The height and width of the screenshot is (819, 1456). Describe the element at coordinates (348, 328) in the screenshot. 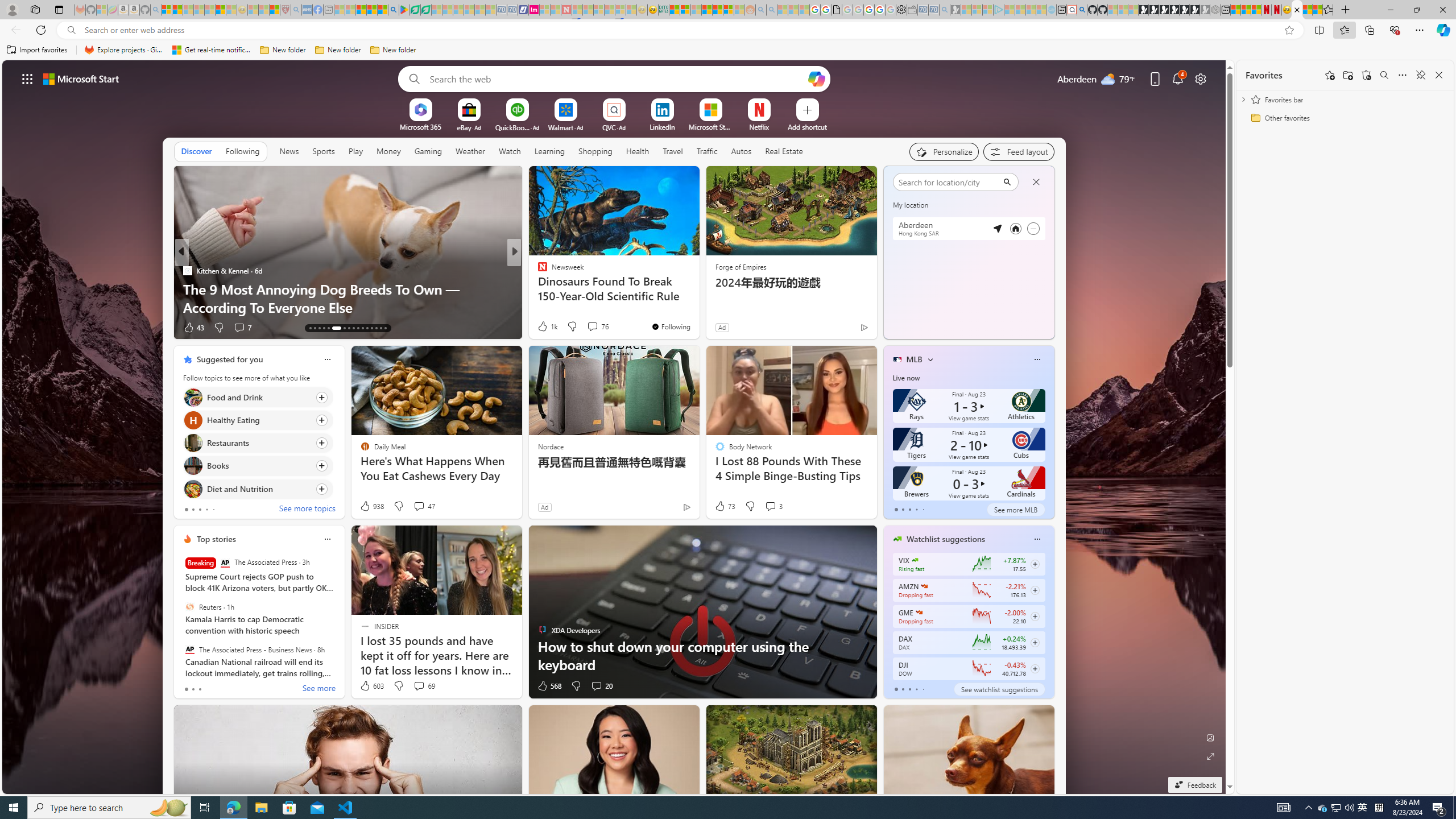

I see `'AutomationID: tab-20'` at that location.